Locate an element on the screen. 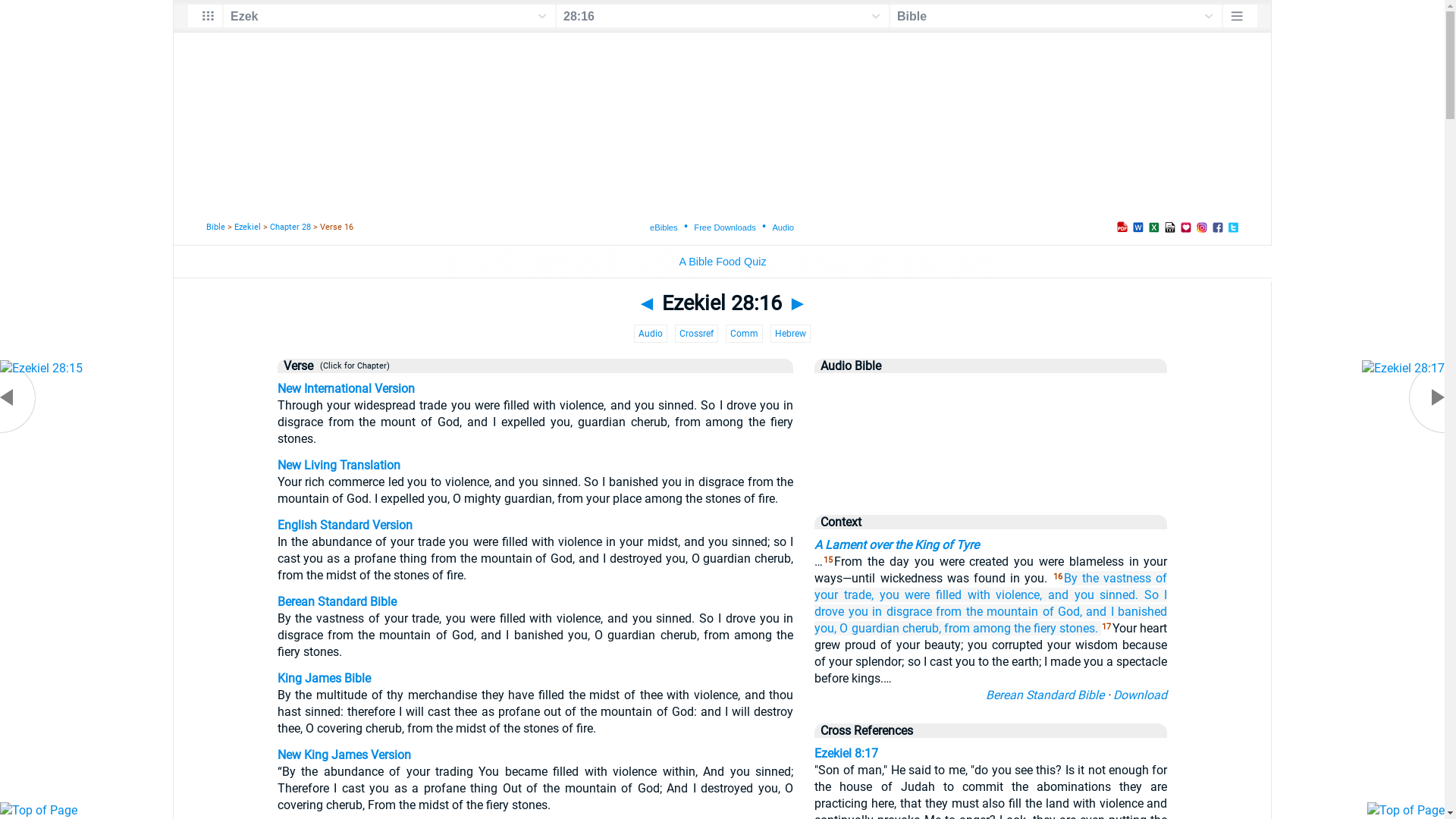  'Ezekiel' is located at coordinates (247, 227).